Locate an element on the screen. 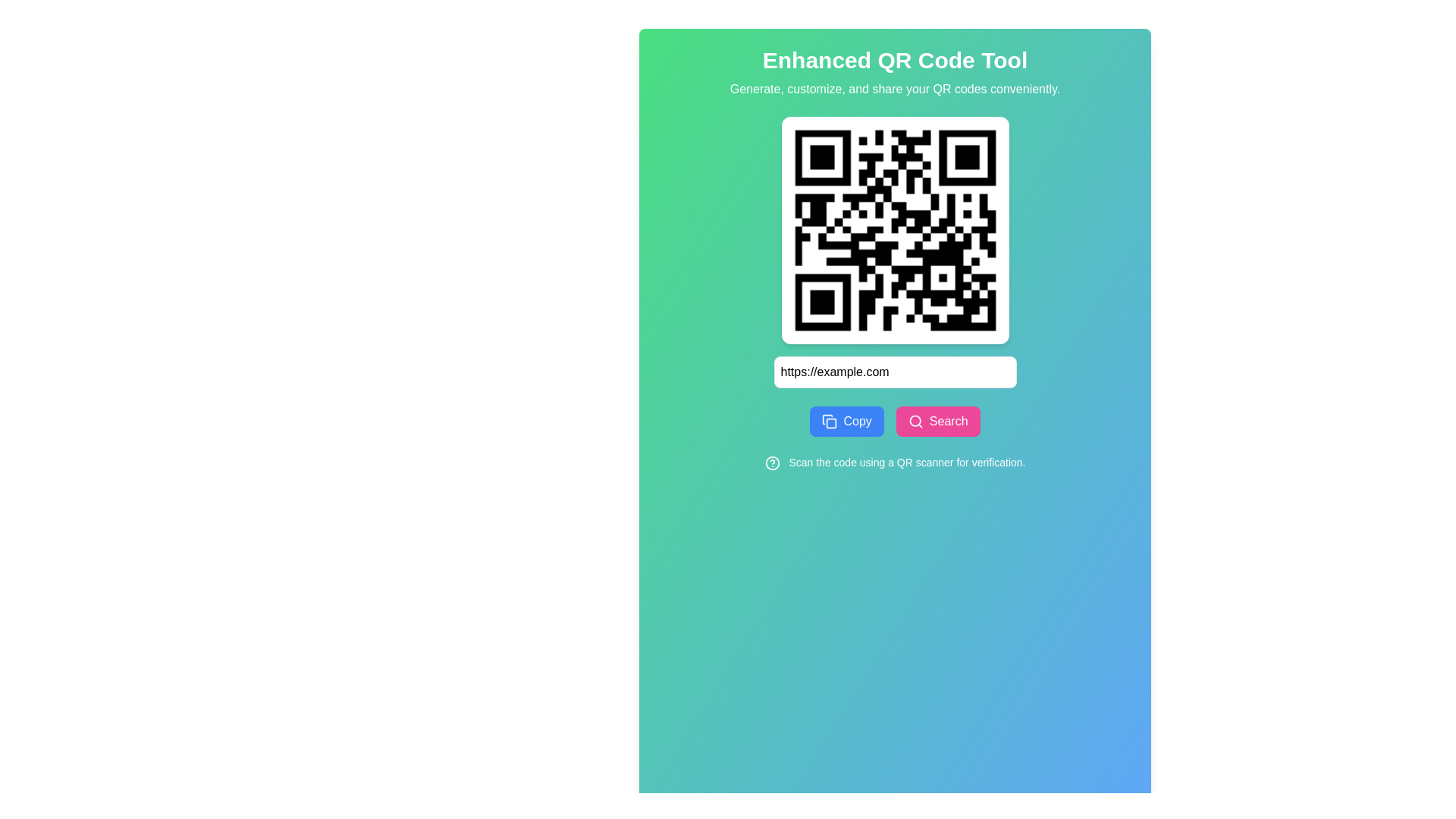  the icon located to the left of the text 'Scan the code using a QR scanner for verification' in the footer section is located at coordinates (772, 463).